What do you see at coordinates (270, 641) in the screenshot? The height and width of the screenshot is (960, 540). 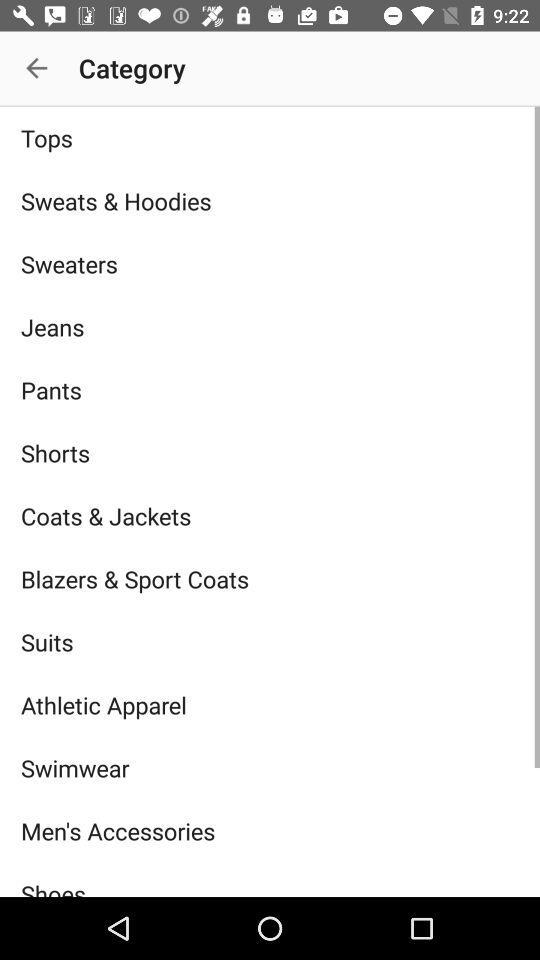 I see `item above the athletic apparel` at bounding box center [270, 641].